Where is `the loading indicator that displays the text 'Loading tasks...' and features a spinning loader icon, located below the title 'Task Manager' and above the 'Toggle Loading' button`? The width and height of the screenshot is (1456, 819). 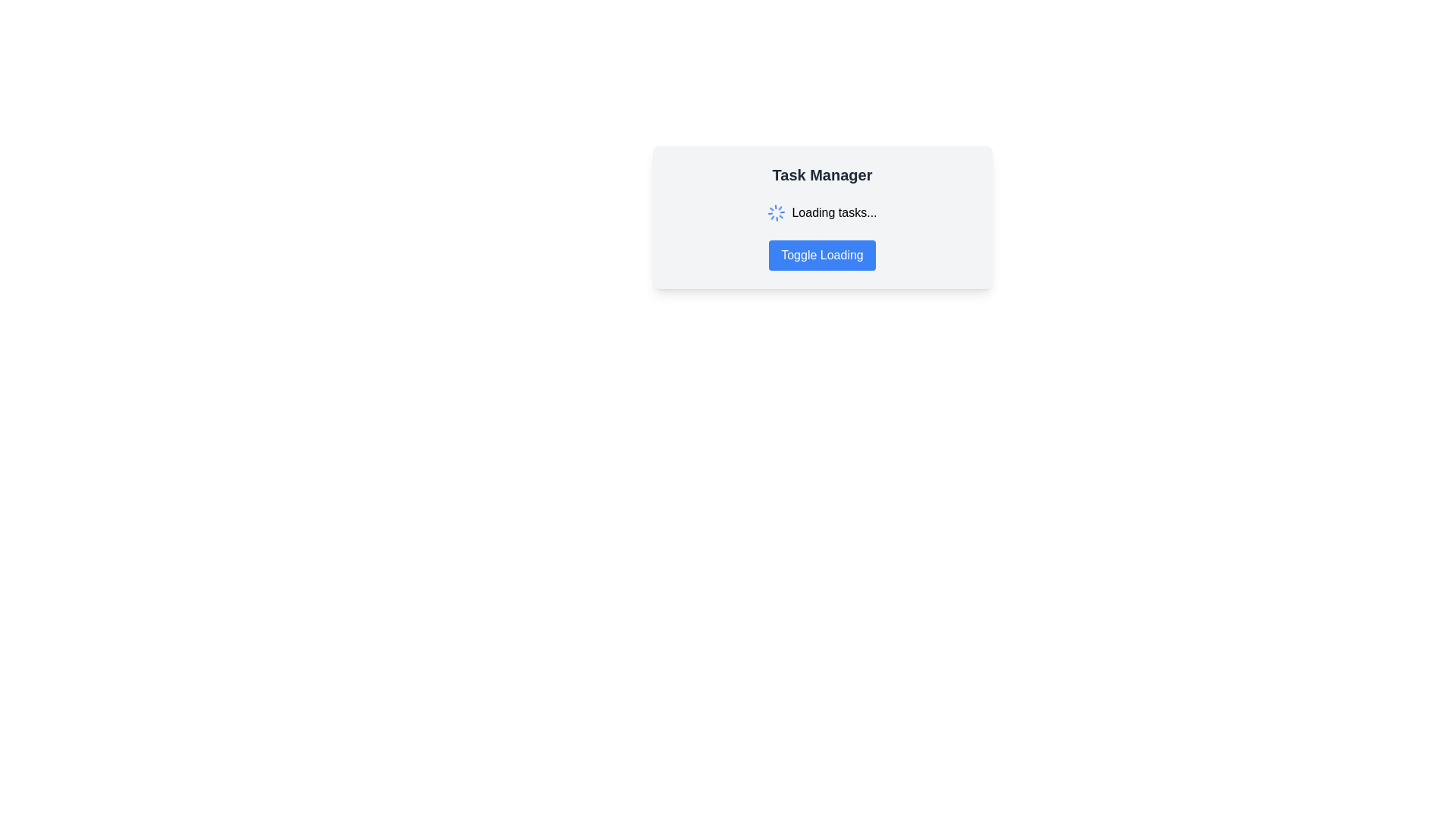
the loading indicator that displays the text 'Loading tasks...' and features a spinning loader icon, located below the title 'Task Manager' and above the 'Toggle Loading' button is located at coordinates (821, 213).